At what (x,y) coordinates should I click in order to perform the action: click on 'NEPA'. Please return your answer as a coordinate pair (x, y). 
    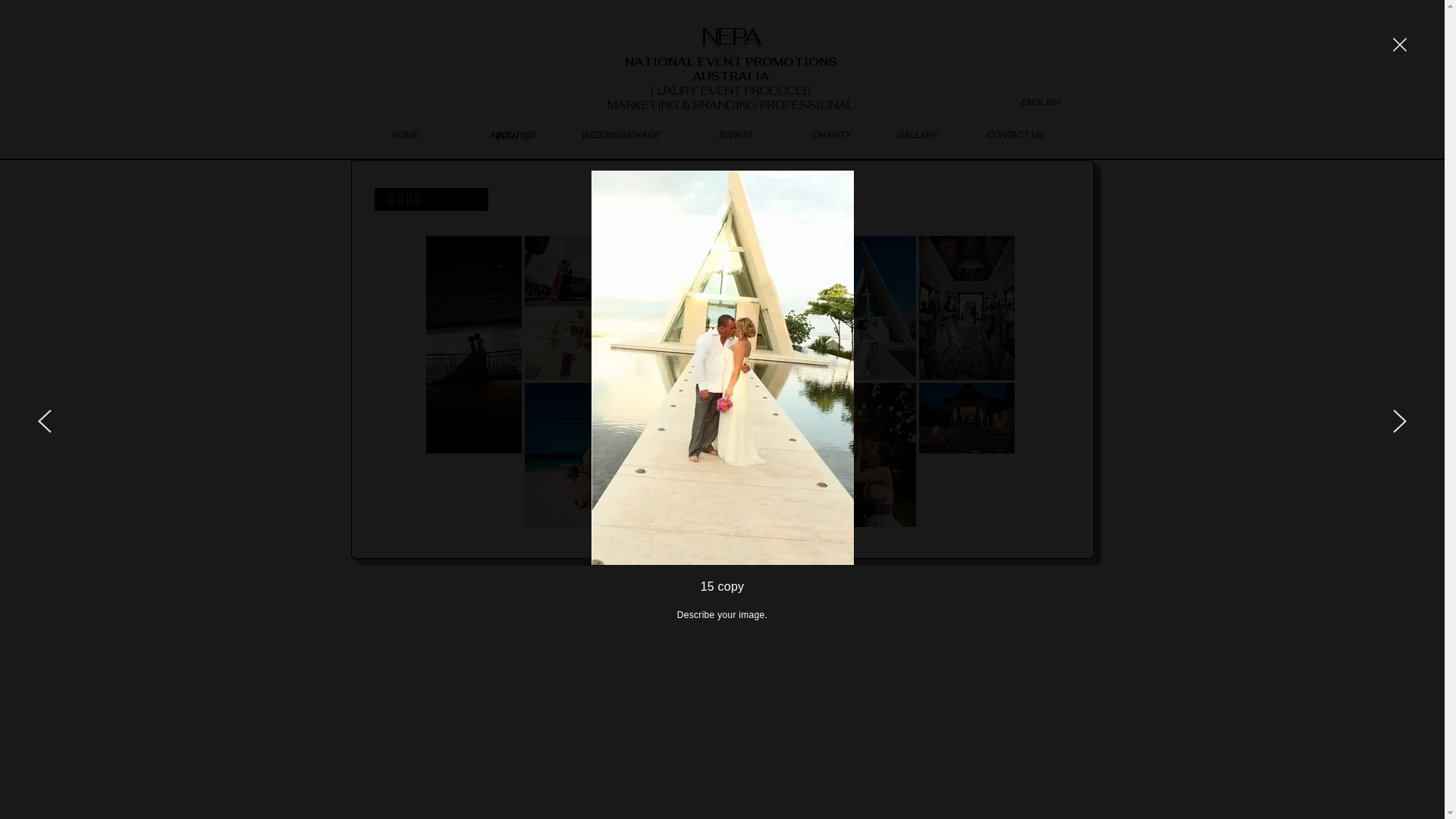
    Looking at the image, I should click on (701, 34).